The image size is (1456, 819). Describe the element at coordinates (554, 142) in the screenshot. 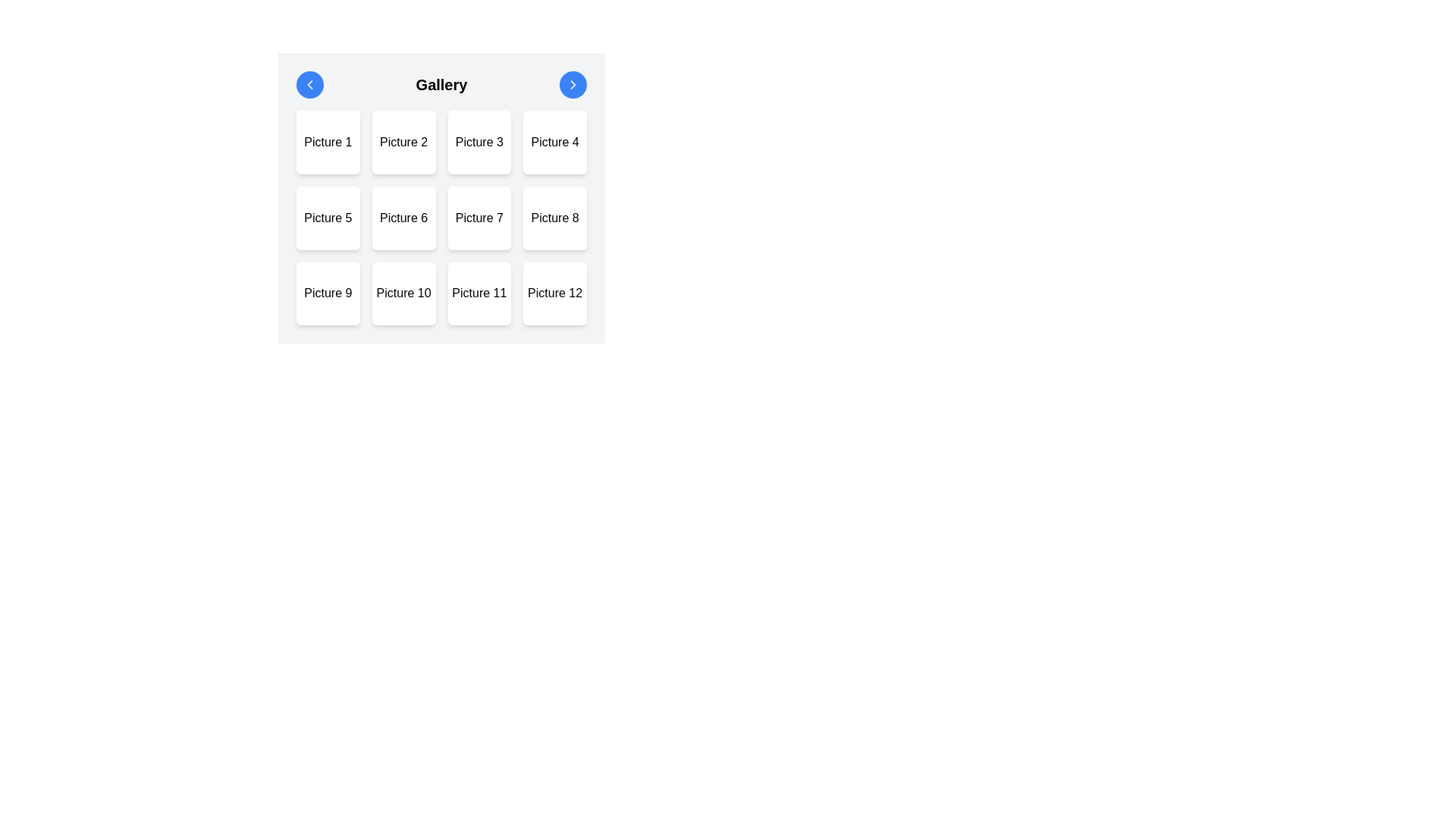

I see `the fourth card in the first row of the grid gallery, which visually represents 'Picture 4', to observe the styling change` at that location.